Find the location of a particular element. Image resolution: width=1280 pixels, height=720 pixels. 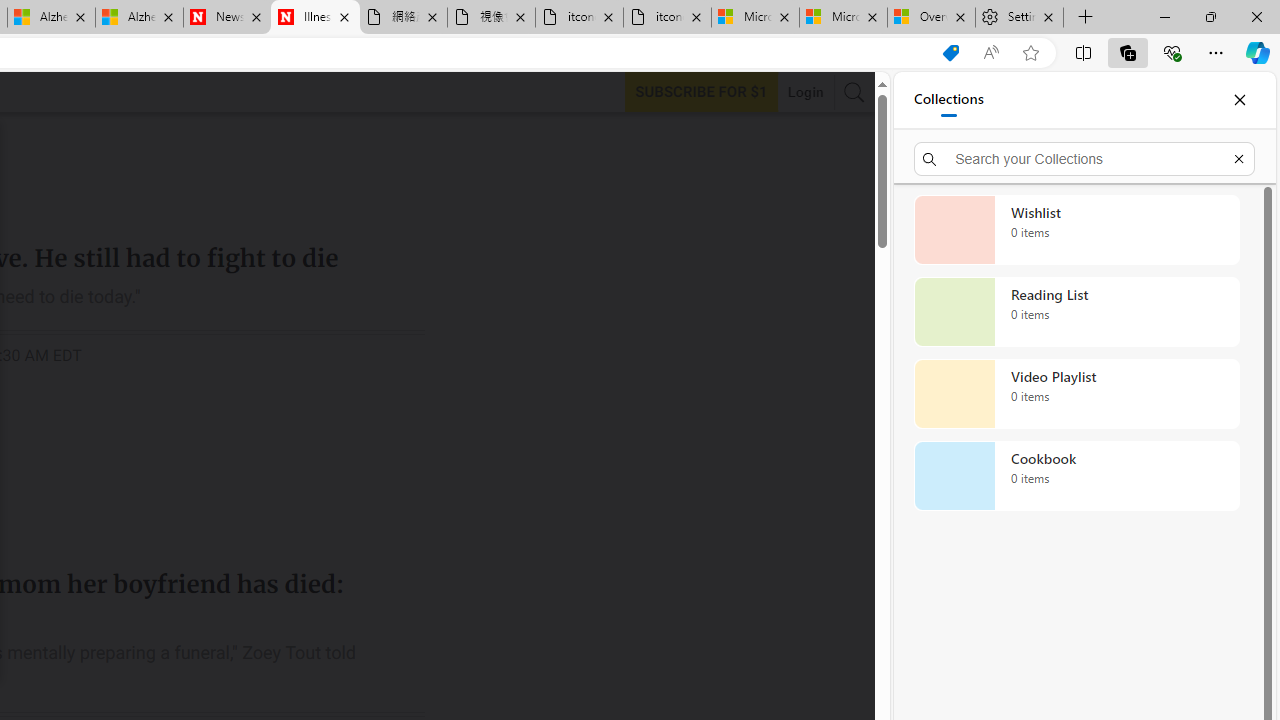

'Search your Collections' is located at coordinates (1083, 158).